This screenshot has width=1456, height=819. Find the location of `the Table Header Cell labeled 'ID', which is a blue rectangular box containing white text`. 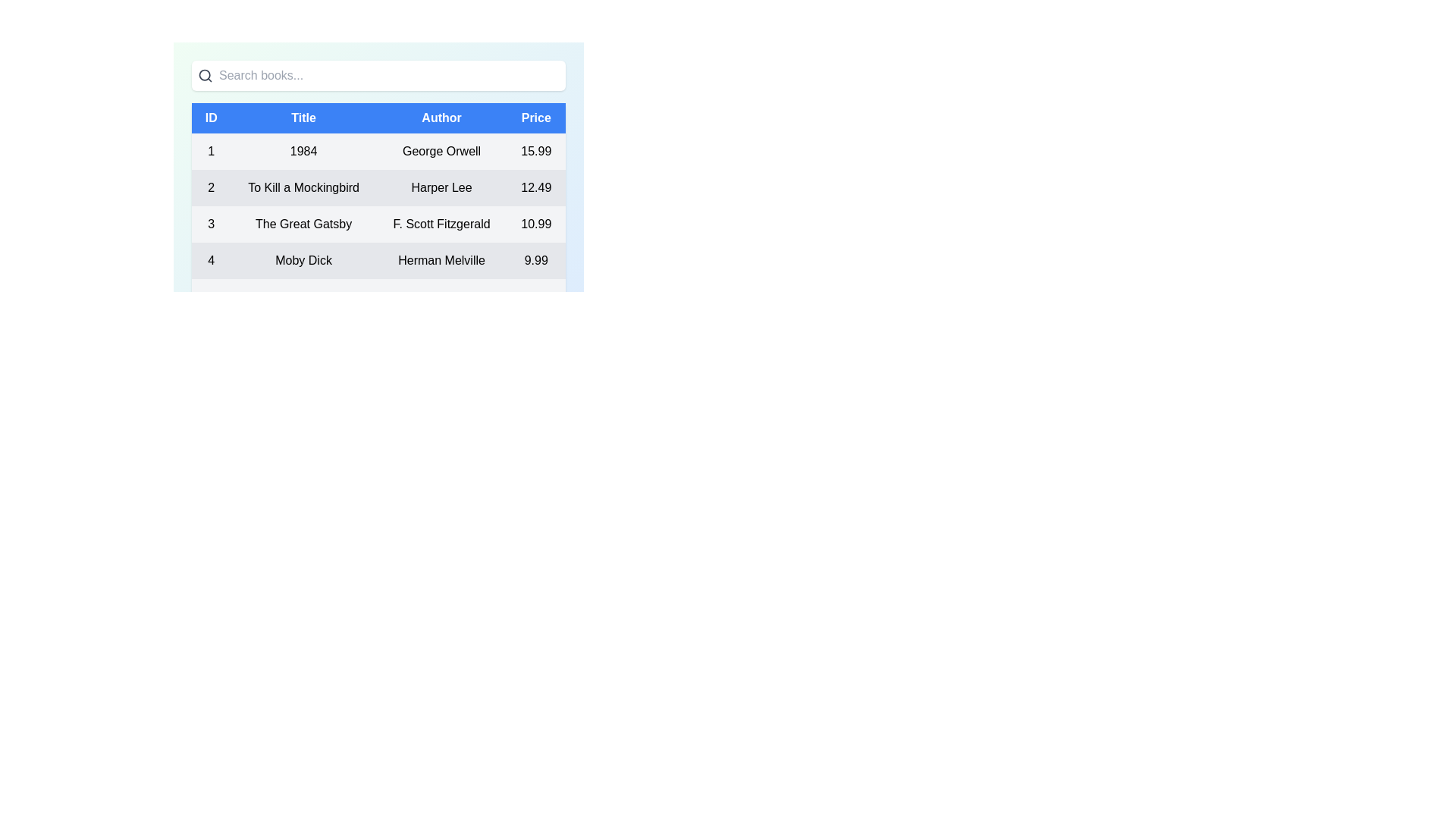

the Table Header Cell labeled 'ID', which is a blue rectangular box containing white text is located at coordinates (210, 117).